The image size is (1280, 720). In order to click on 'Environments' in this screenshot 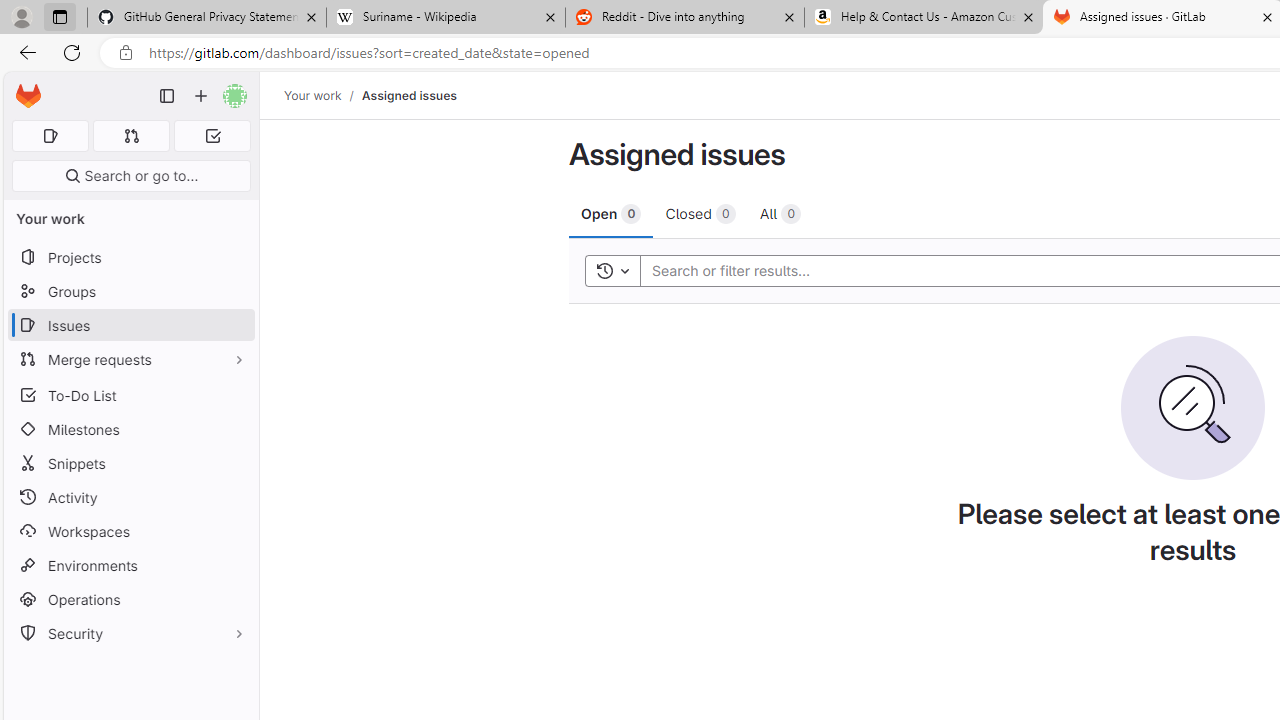, I will do `click(130, 565)`.